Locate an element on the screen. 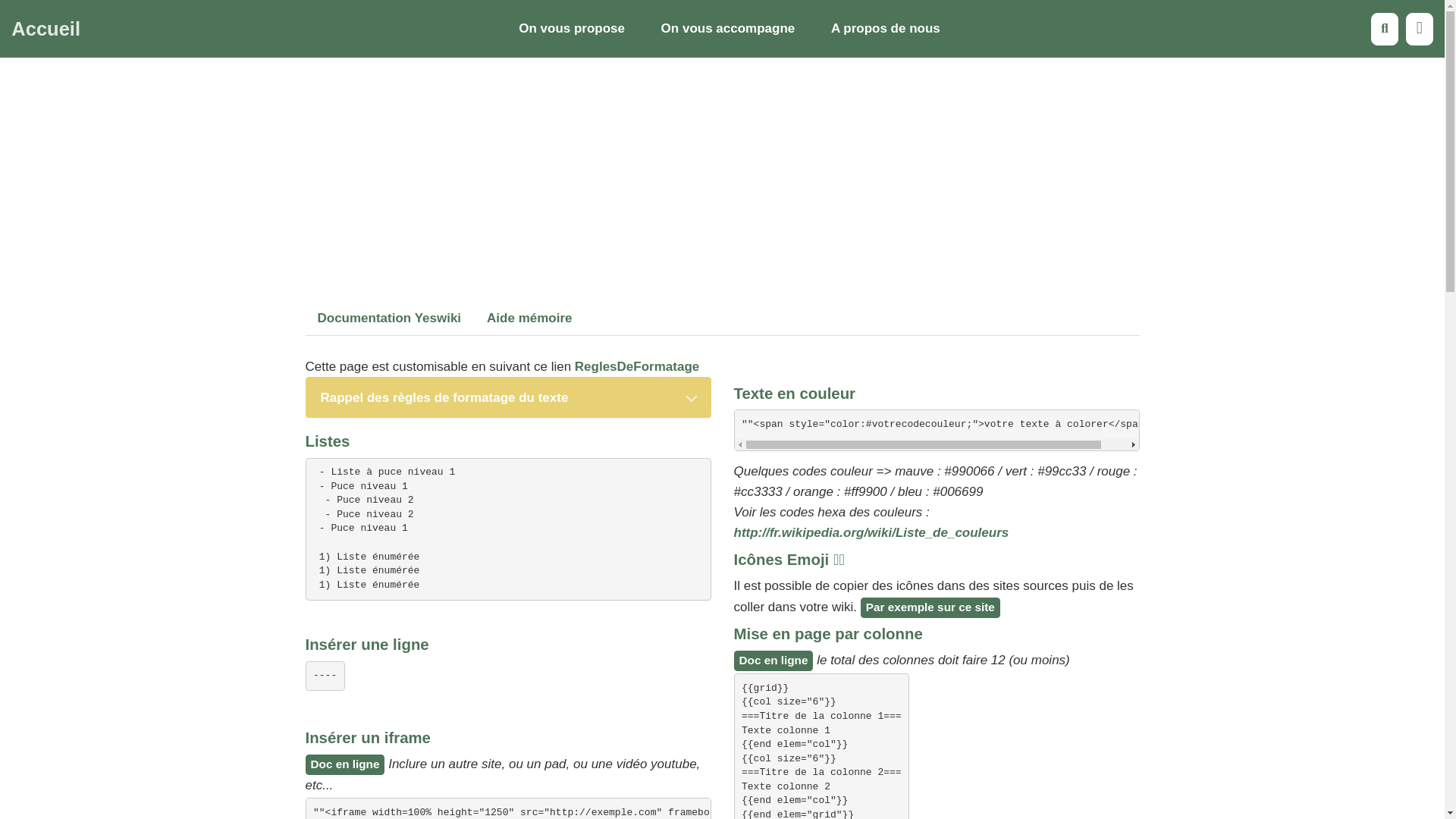 The image size is (1456, 819). 'Accueil' is located at coordinates (45, 29).